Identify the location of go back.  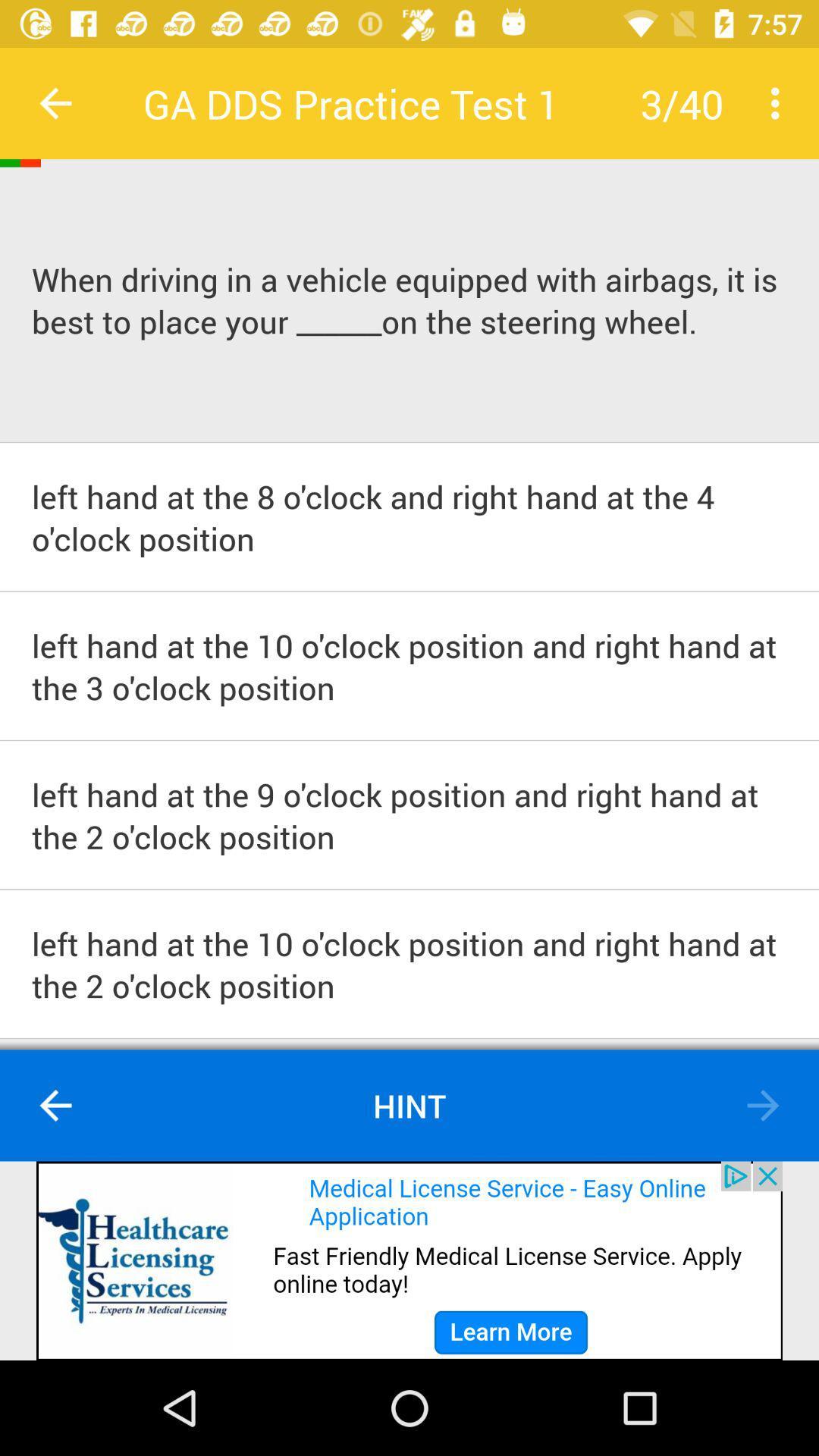
(55, 102).